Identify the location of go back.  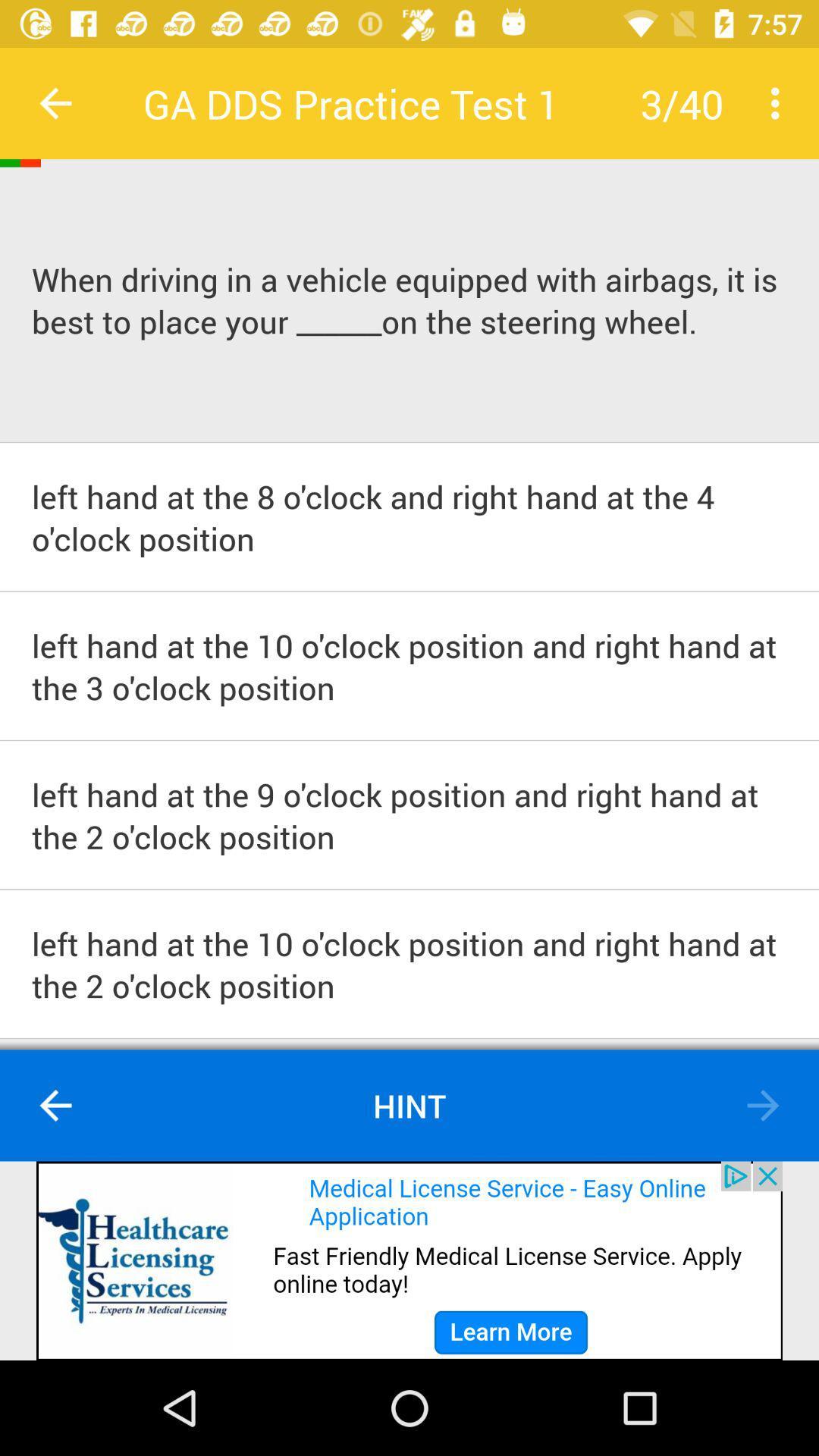
(55, 102).